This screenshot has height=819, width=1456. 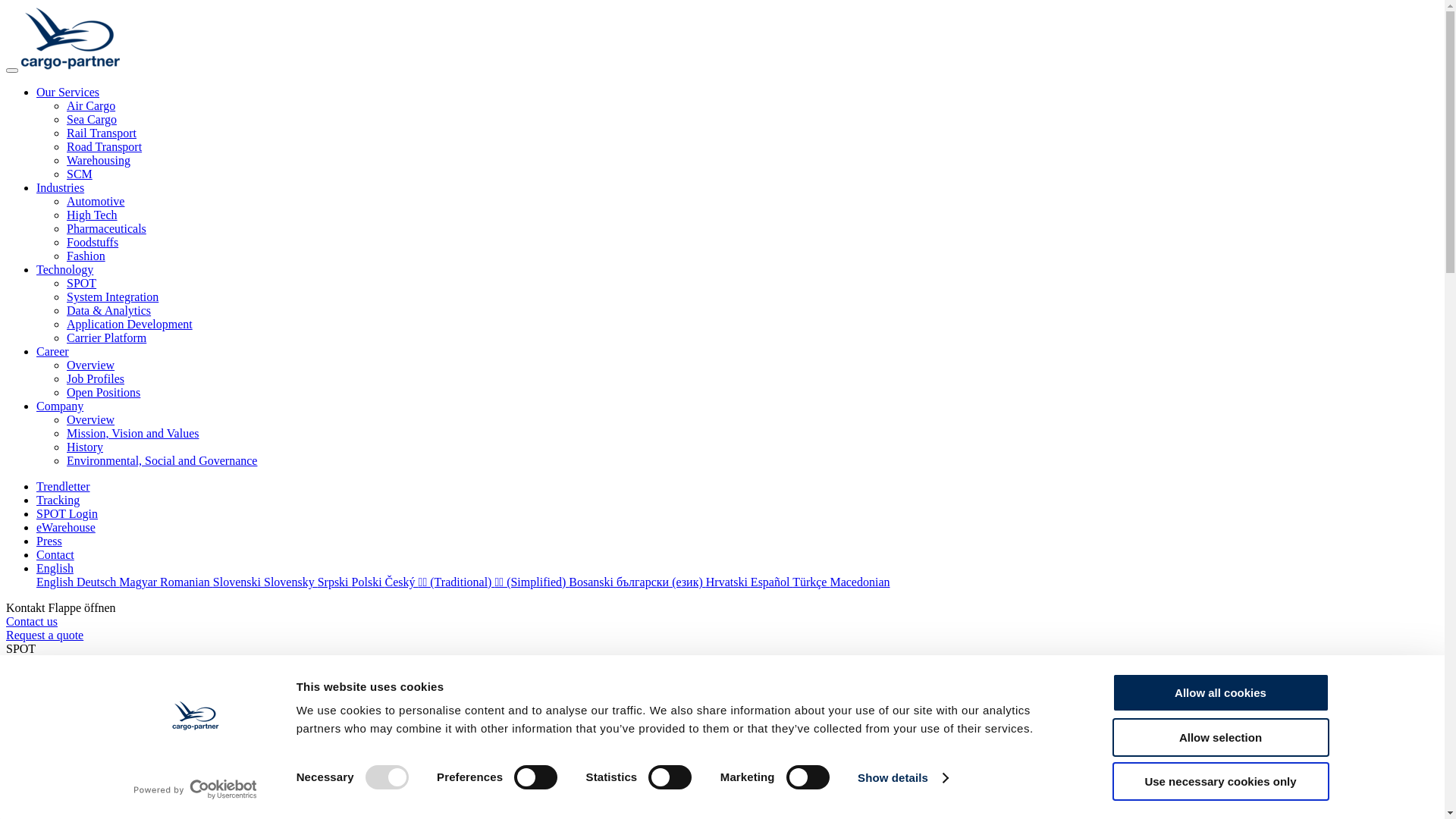 I want to click on 'Application Development', so click(x=65, y=323).